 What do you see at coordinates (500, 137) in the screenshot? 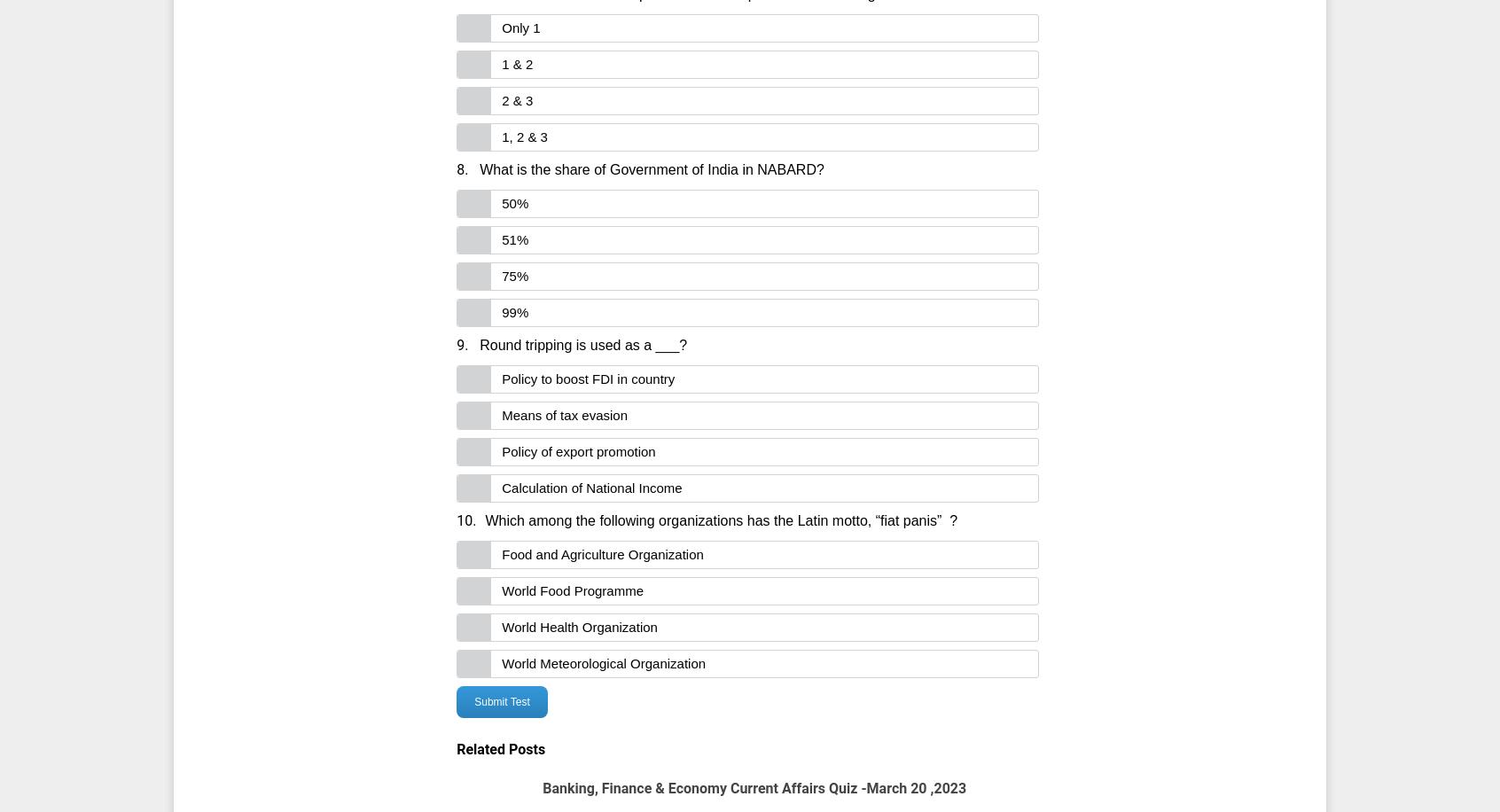
I see `'1, 2 & 3'` at bounding box center [500, 137].